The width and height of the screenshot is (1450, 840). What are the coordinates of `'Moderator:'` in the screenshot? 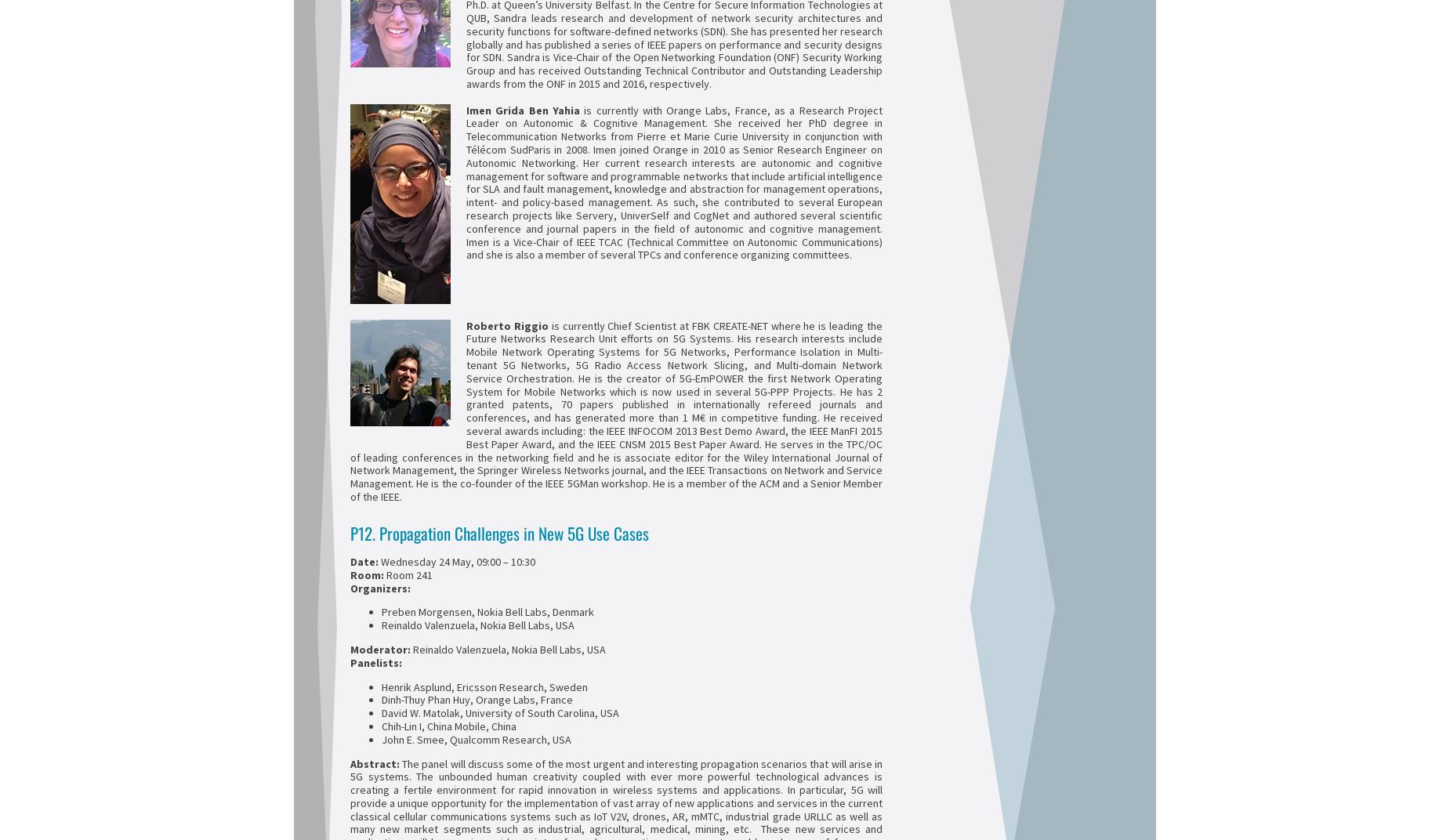 It's located at (381, 648).